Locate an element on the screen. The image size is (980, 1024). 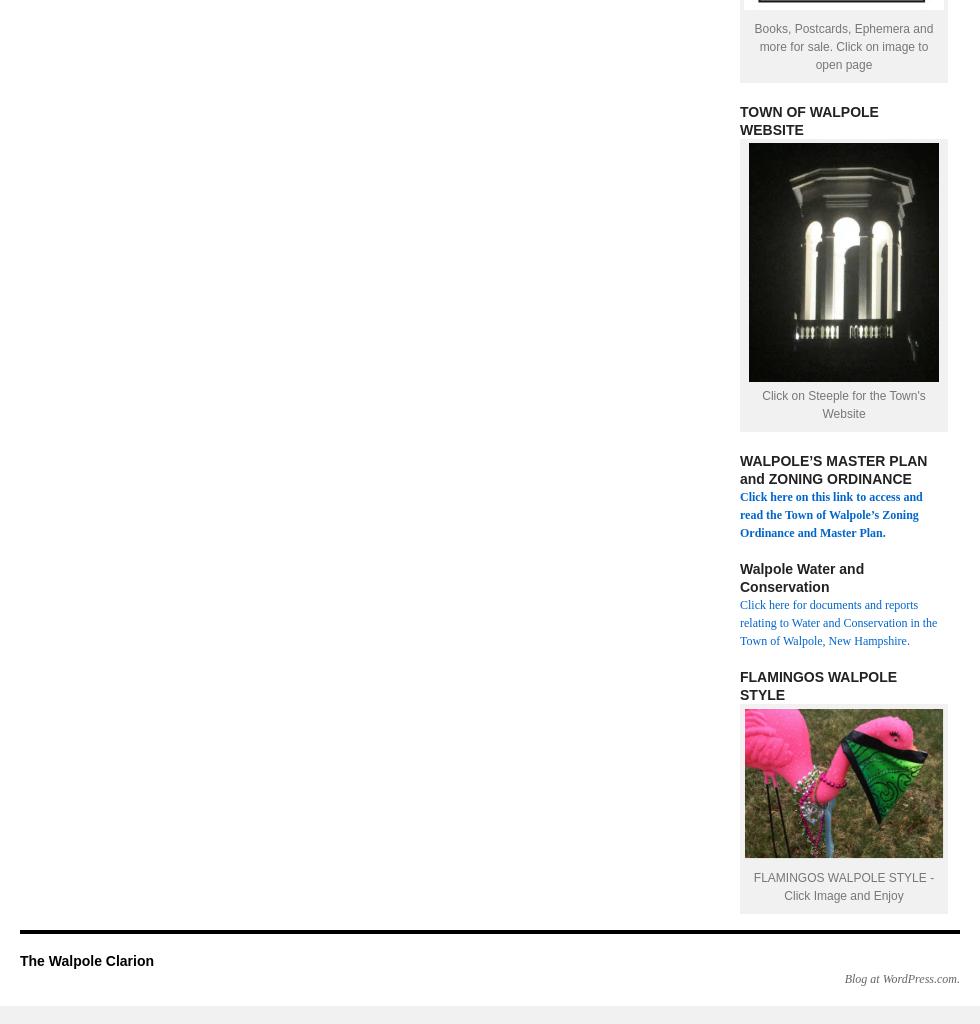
'Click on Steeple for the Town's Website' is located at coordinates (843, 403).